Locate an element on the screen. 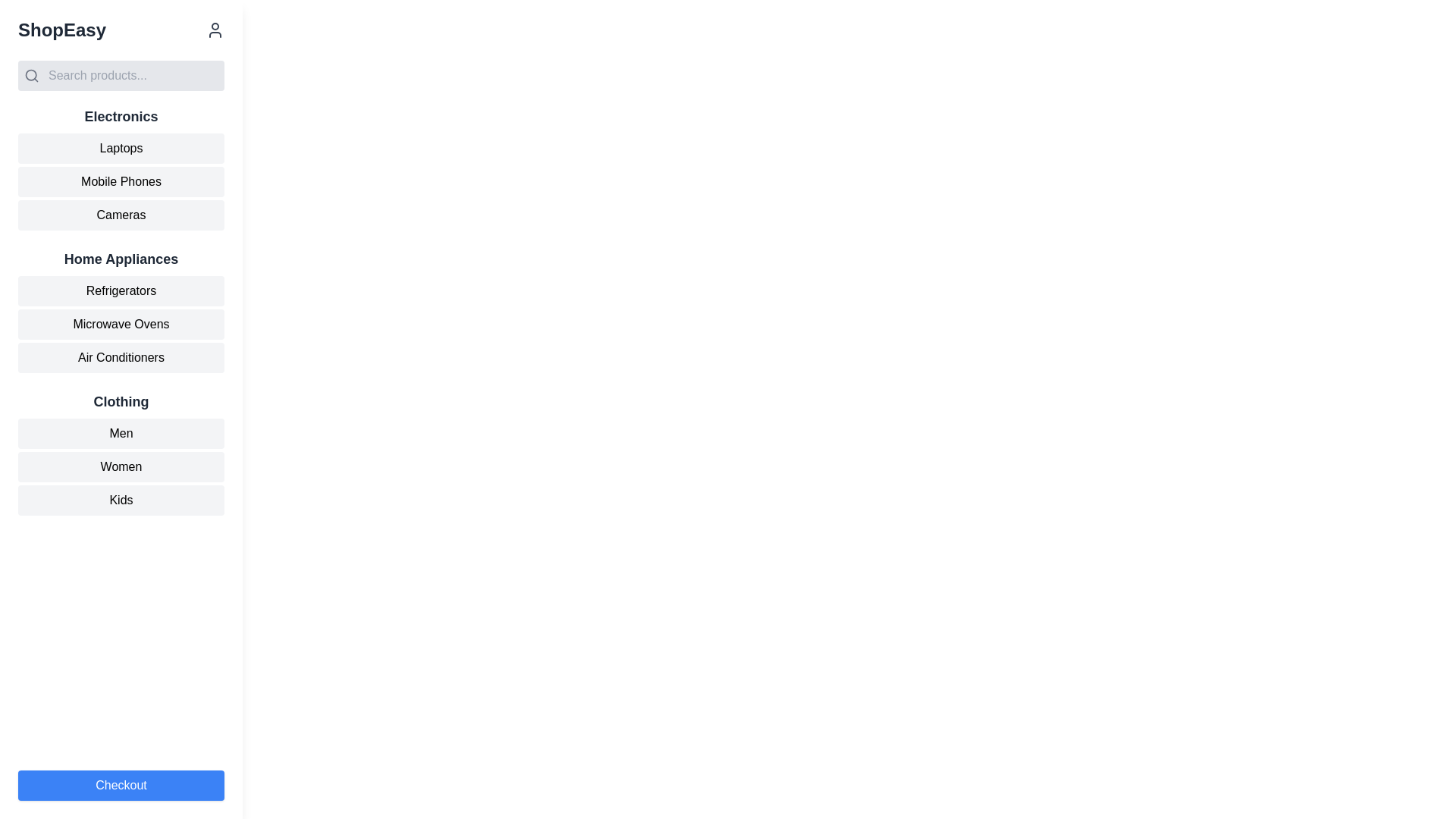 The width and height of the screenshot is (1456, 819). the circular shape of the search icon located in the top-left area of the application, which has a gray border and is centered within the SVG group is located at coordinates (31, 75).